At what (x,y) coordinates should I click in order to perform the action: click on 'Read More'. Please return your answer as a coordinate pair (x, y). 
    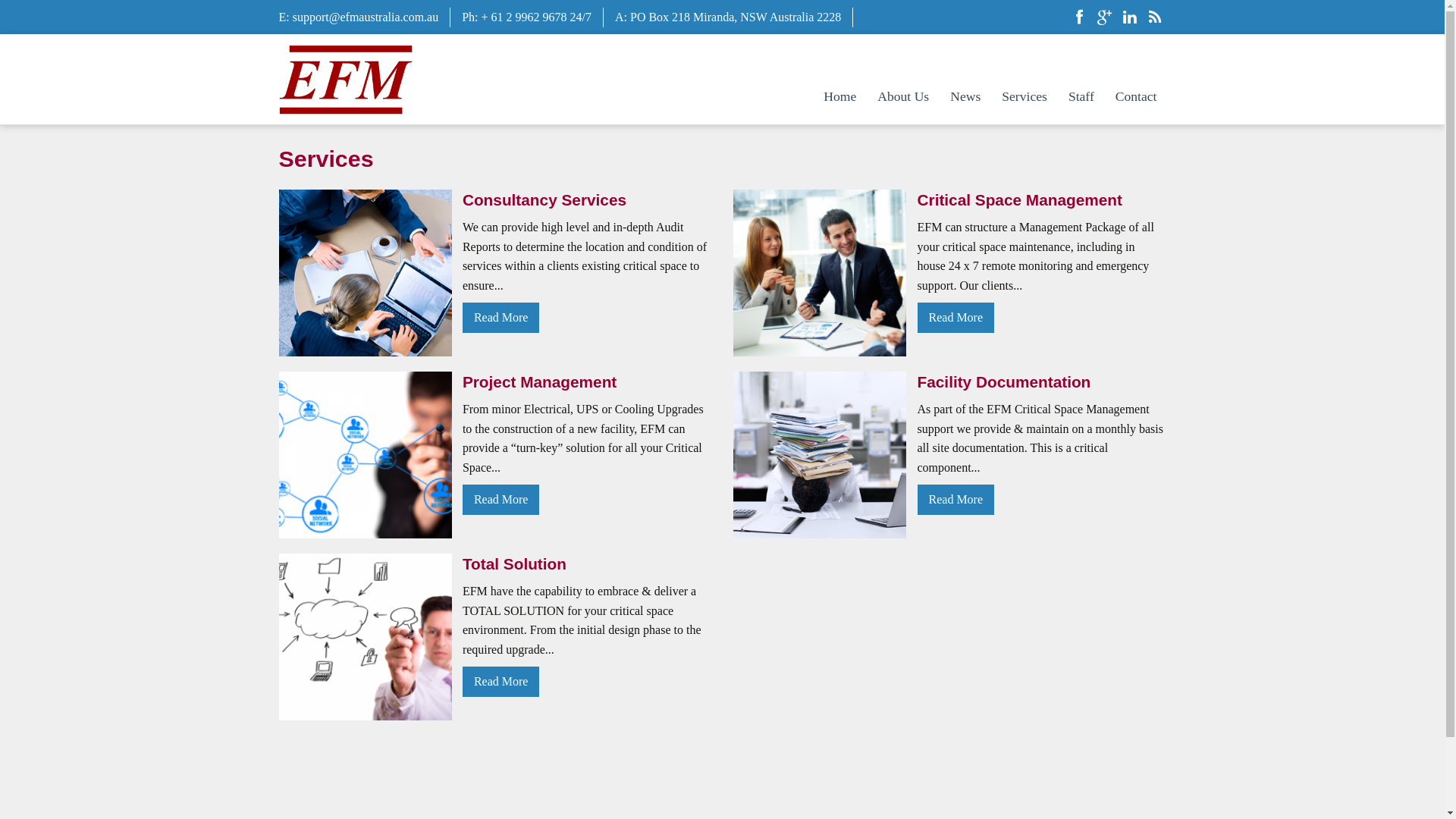
    Looking at the image, I should click on (501, 680).